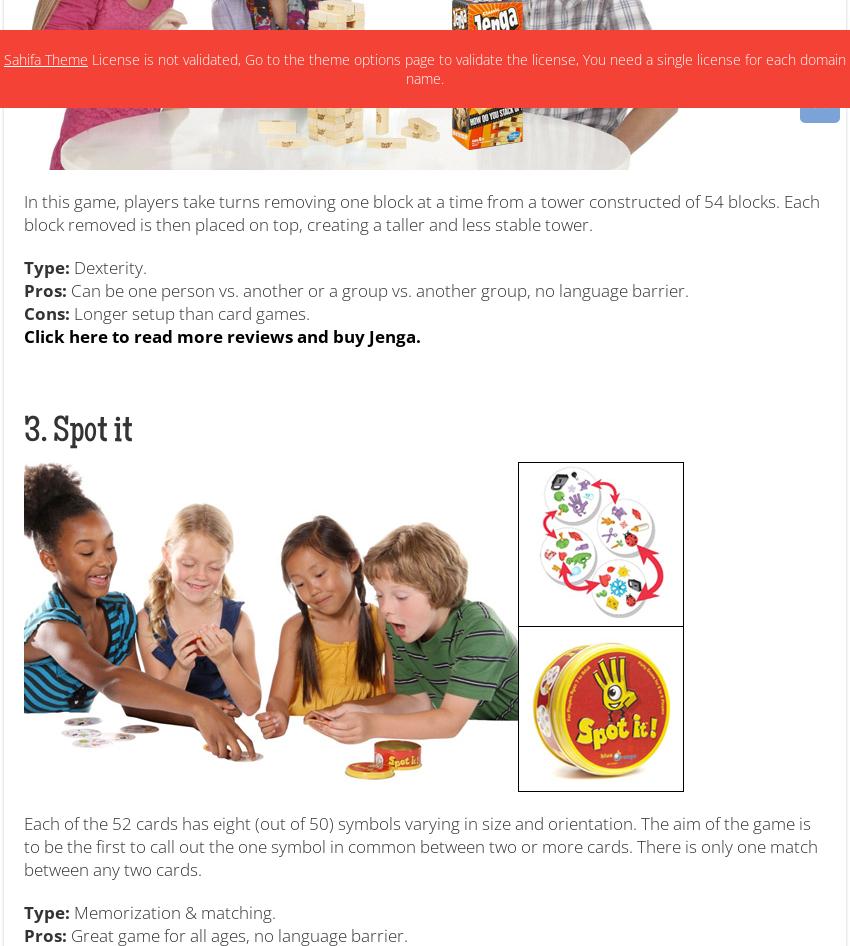 Image resolution: width=850 pixels, height=946 pixels. What do you see at coordinates (78, 431) in the screenshot?
I see `'3. Spot it'` at bounding box center [78, 431].